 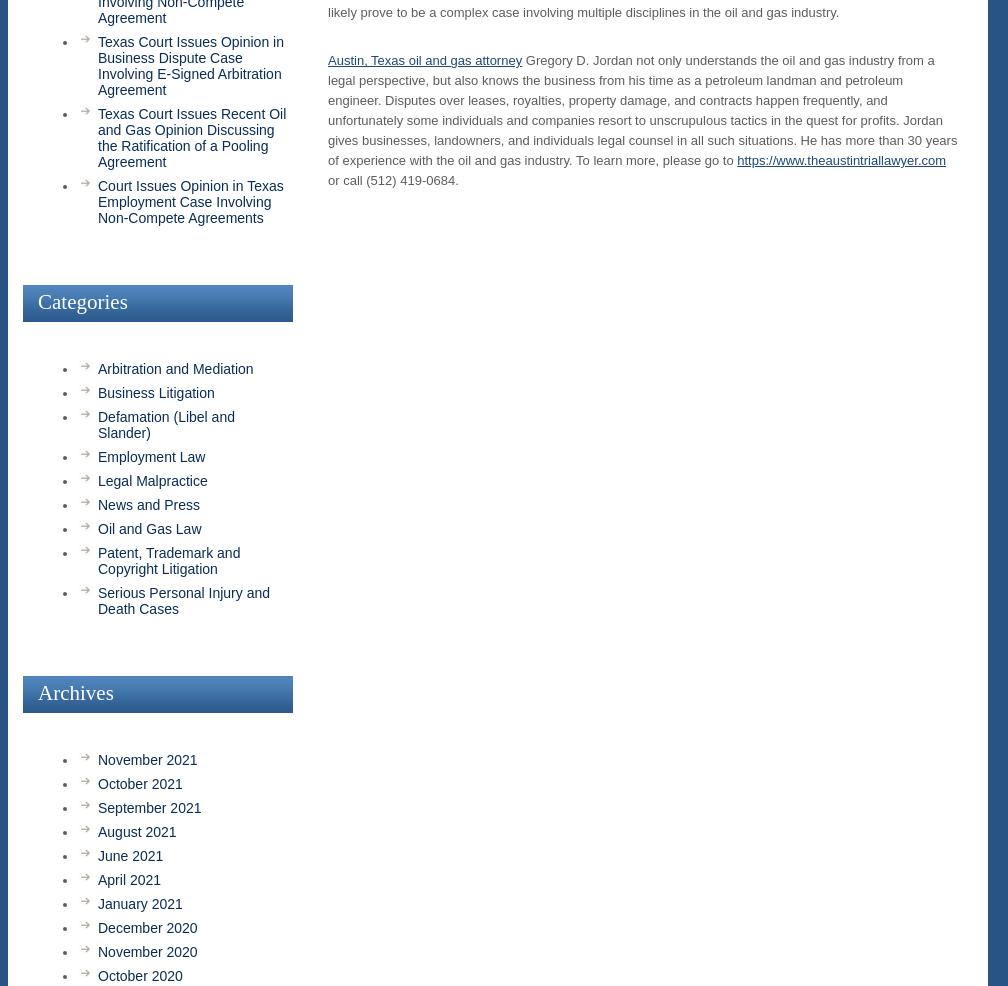 What do you see at coordinates (140, 902) in the screenshot?
I see `'January 2021'` at bounding box center [140, 902].